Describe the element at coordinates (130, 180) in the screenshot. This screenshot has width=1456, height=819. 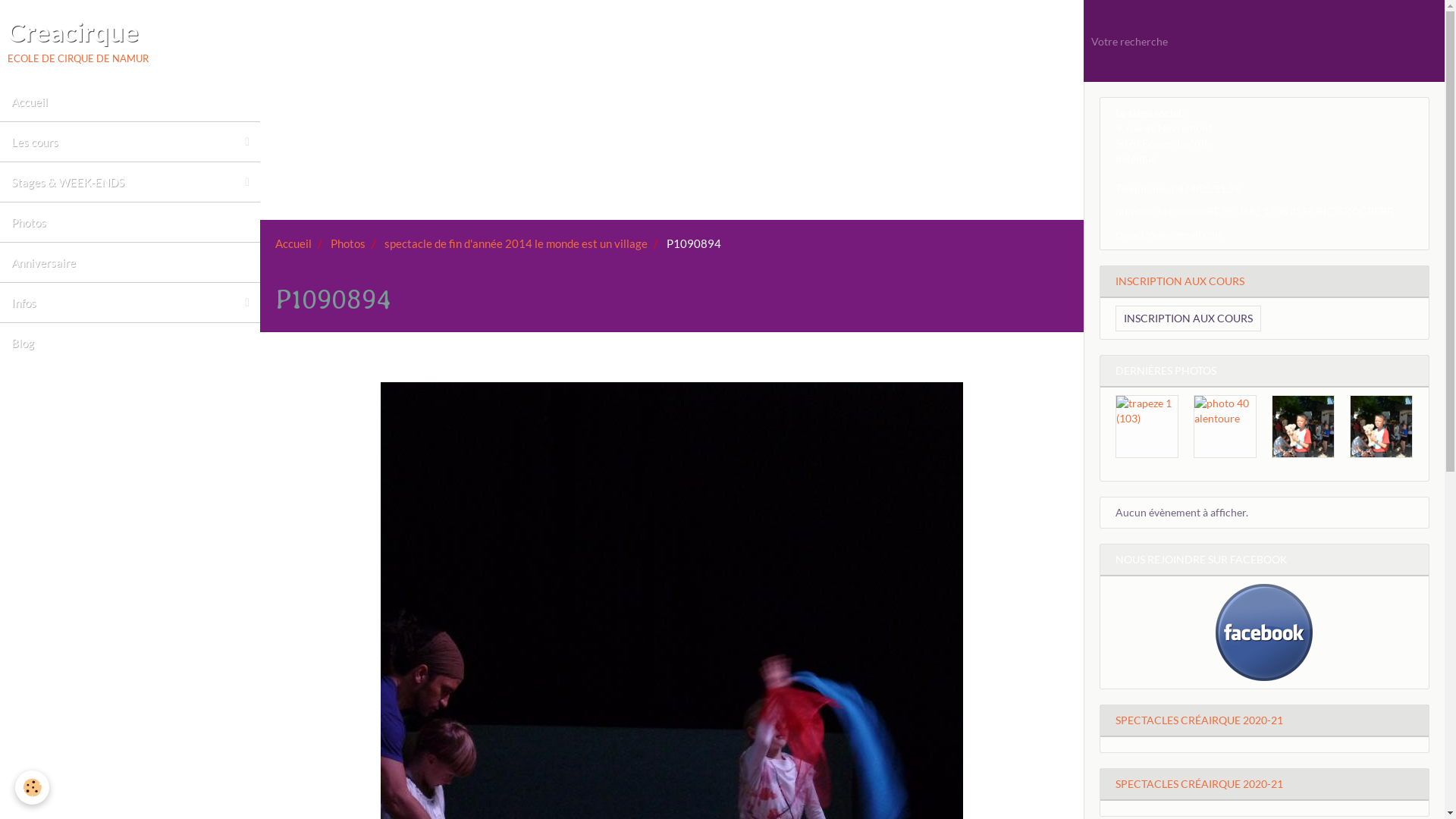
I see `'Stages & WEEK-ENDS'` at that location.